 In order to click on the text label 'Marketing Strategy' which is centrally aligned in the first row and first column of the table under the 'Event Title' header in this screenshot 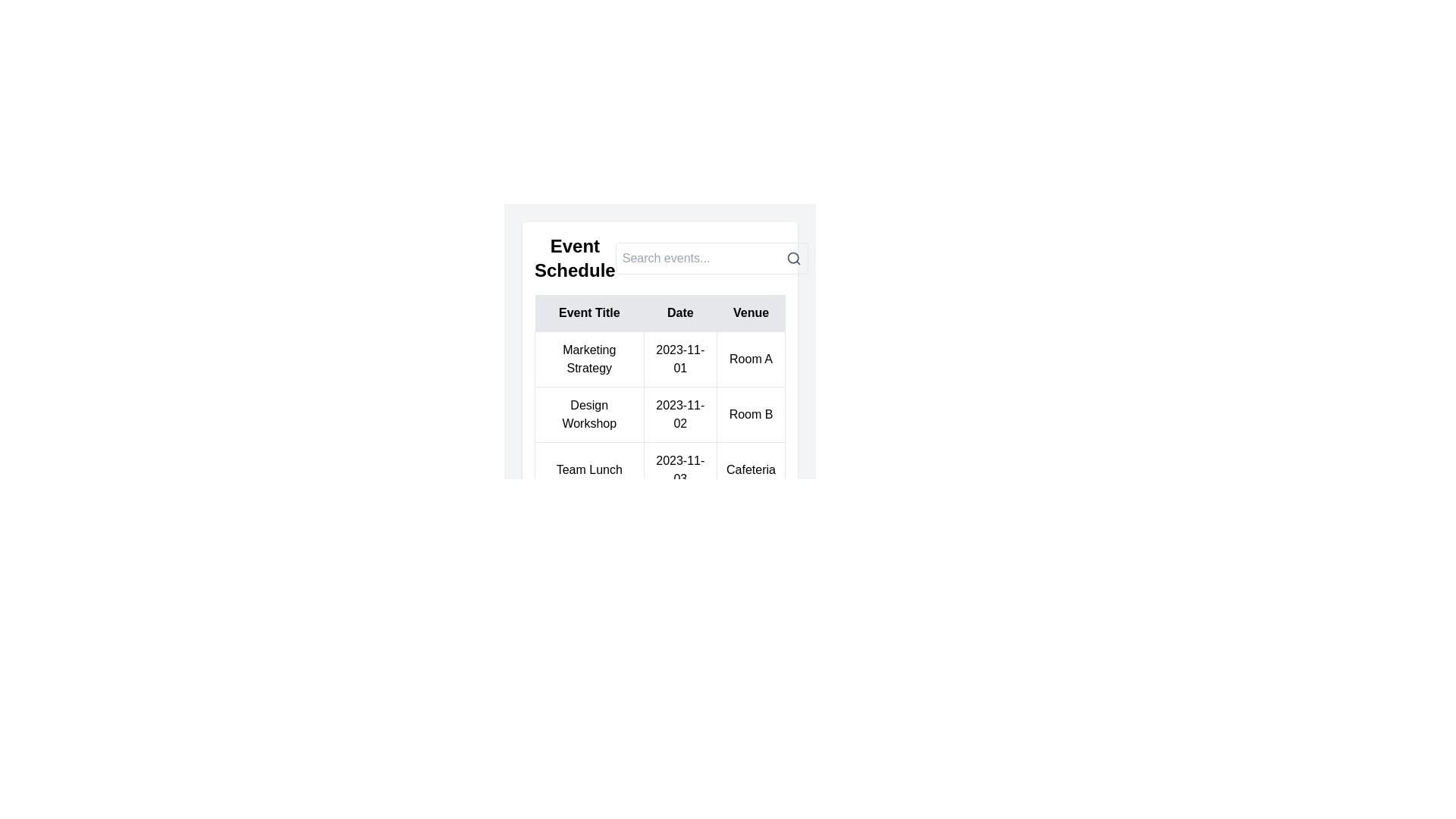, I will do `click(588, 359)`.